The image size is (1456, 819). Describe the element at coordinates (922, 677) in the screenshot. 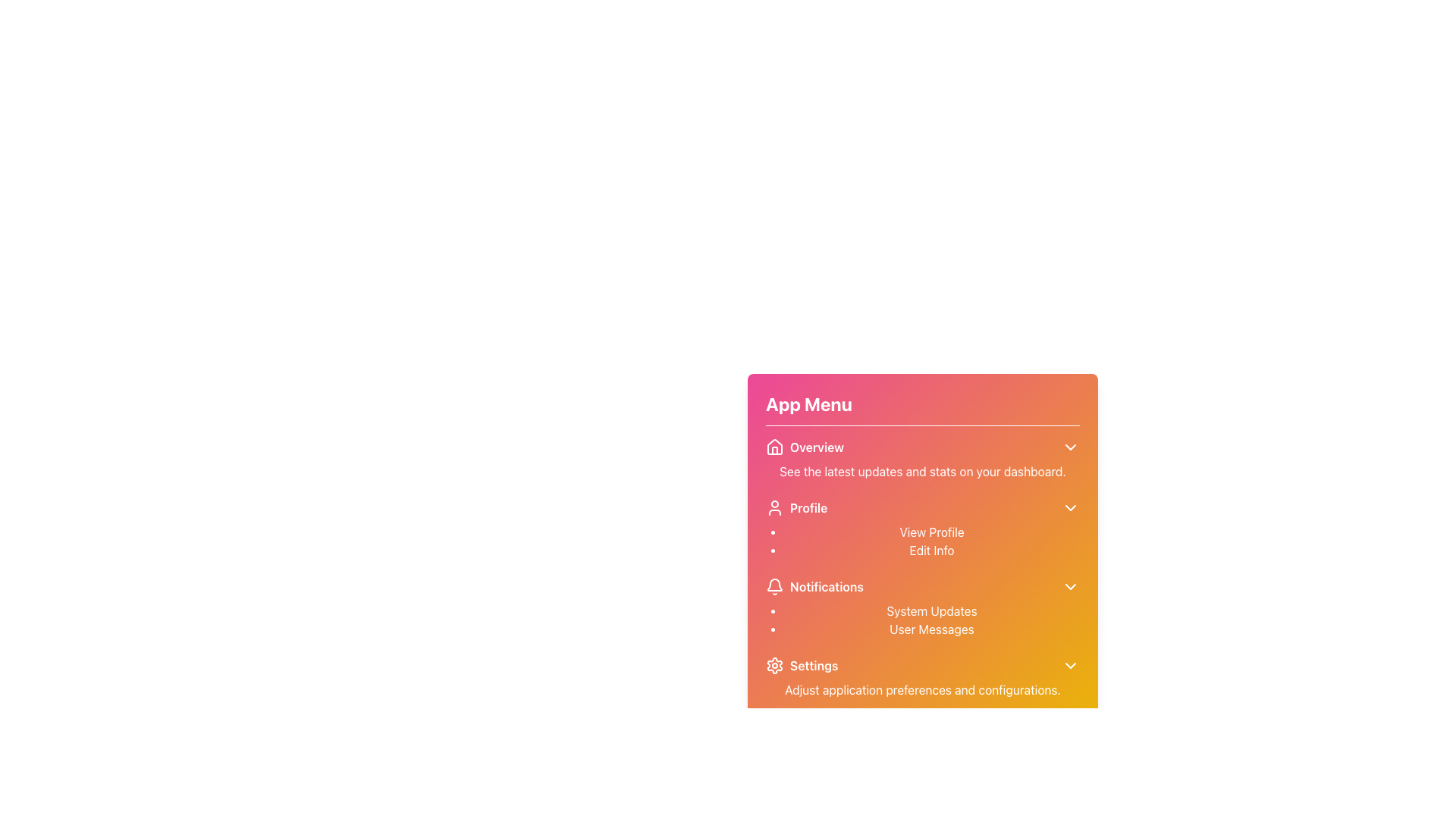

I see `the menu option at the bottom of the 'App Menu'` at that location.